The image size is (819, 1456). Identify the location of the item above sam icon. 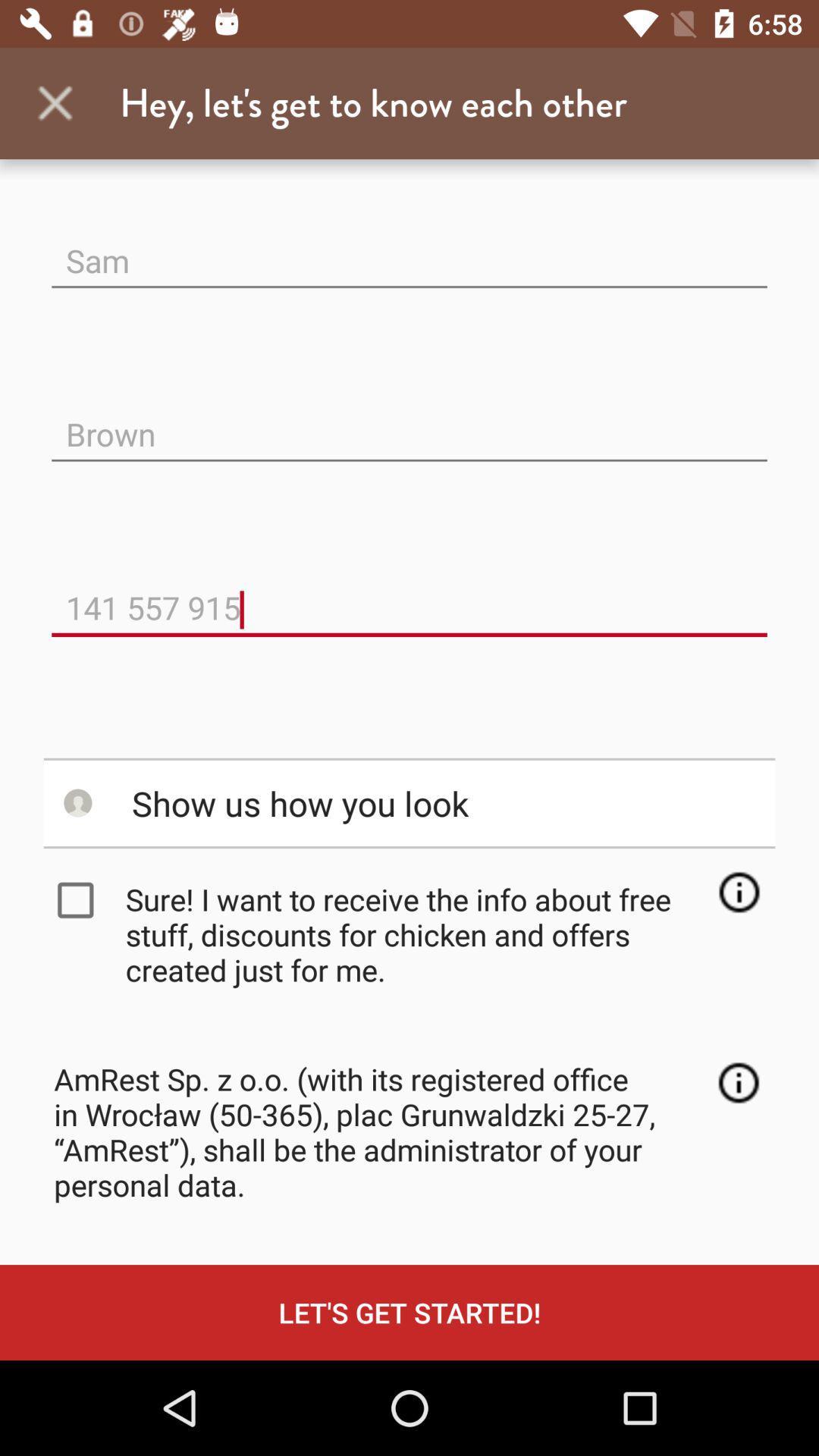
(55, 102).